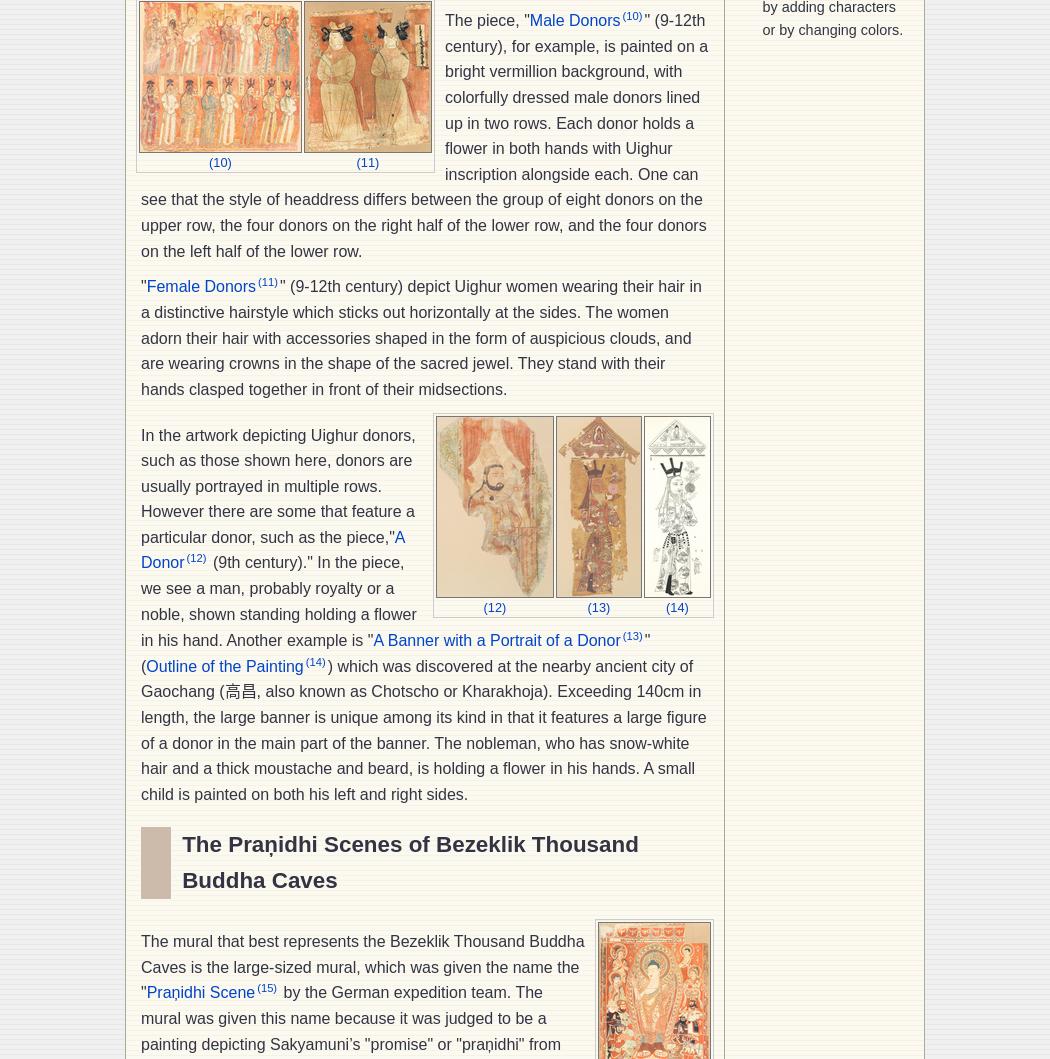 The width and height of the screenshot is (1050, 1059). I want to click on ') which was discovered at the nearby ancient city of Gaochang (高昌, also known as Chotscho or Kharakhoja). Exceeding 140cm in length, the large banner is unique among its kind in that it features a large figure of a donor in the main part of the banner. The nobleman, who has snow-white hair and a thick moustache and beard, is holding a flower in his hands. A small child is painted on both his left and right sides.', so click(140, 729).